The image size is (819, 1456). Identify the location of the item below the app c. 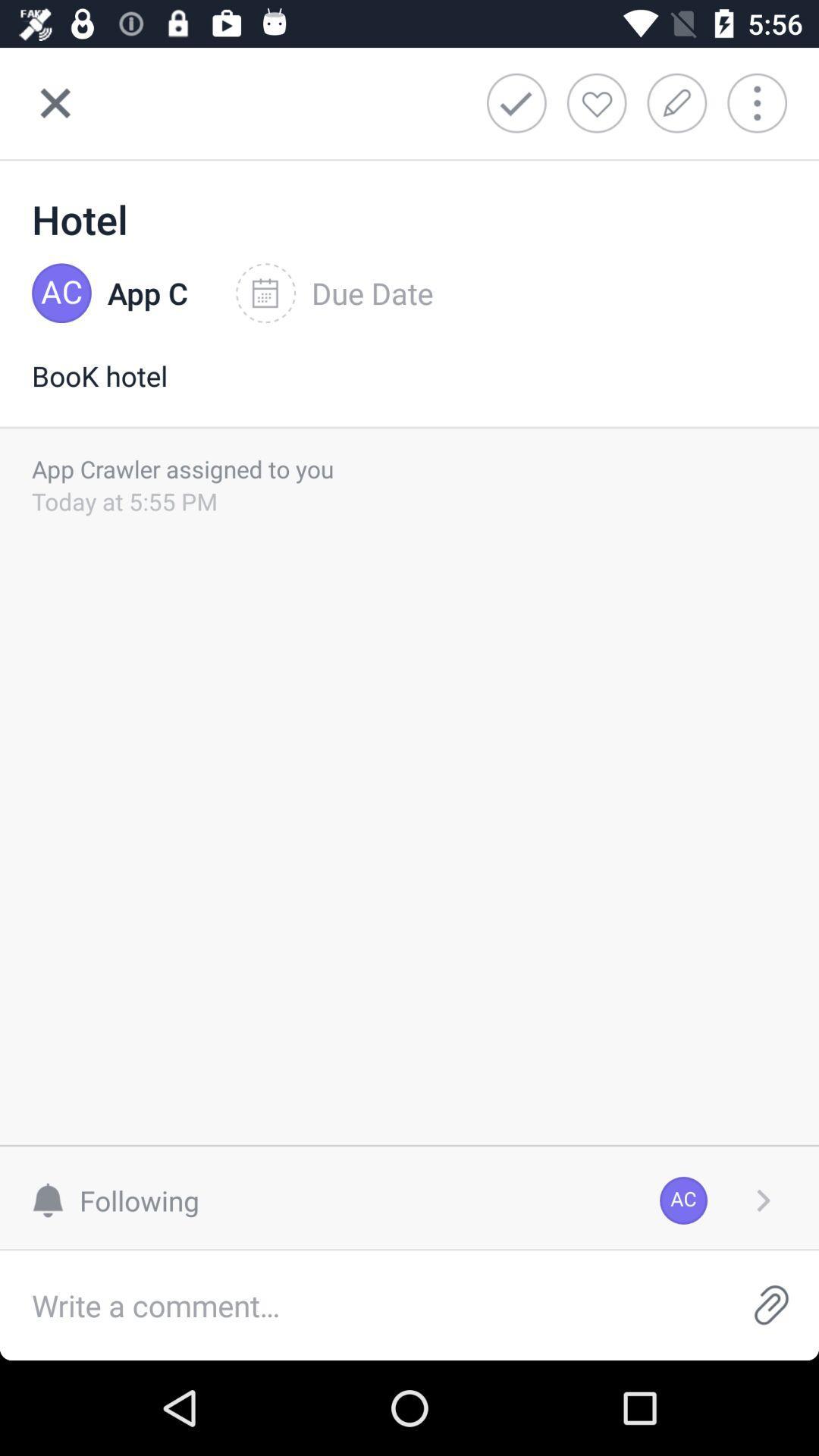
(409, 391).